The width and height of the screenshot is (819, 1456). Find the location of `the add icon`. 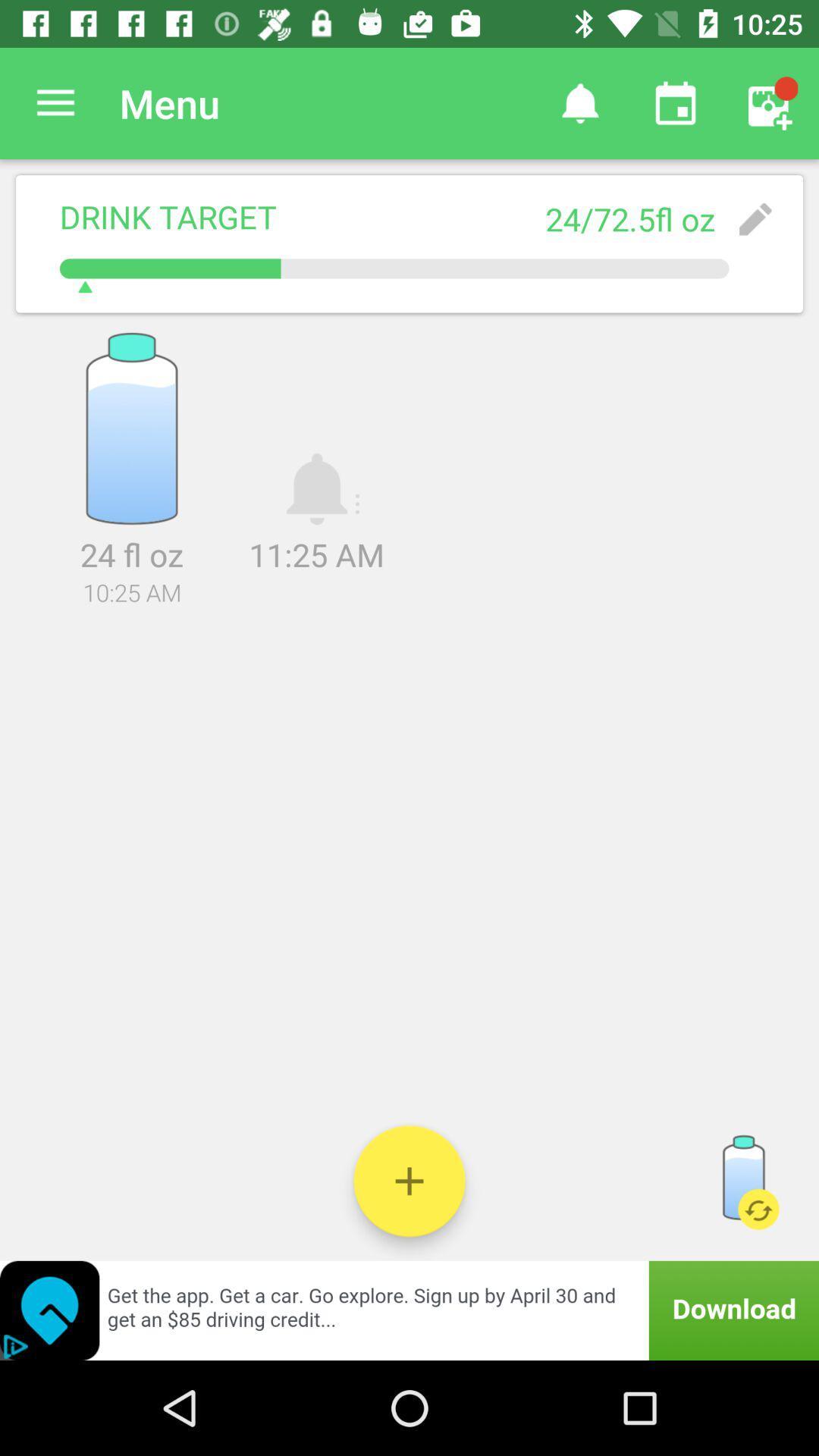

the add icon is located at coordinates (409, 1180).